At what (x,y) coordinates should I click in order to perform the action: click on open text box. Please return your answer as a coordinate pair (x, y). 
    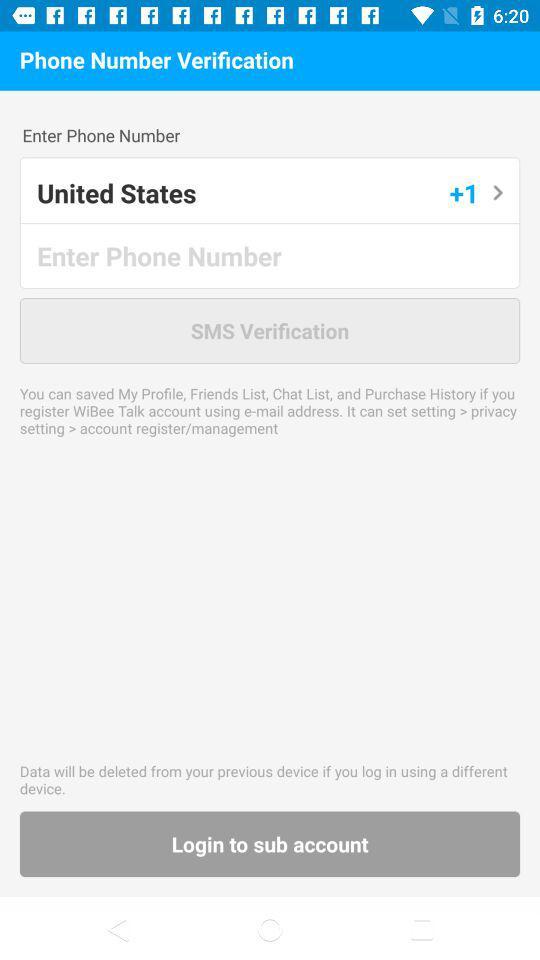
    Looking at the image, I should click on (270, 254).